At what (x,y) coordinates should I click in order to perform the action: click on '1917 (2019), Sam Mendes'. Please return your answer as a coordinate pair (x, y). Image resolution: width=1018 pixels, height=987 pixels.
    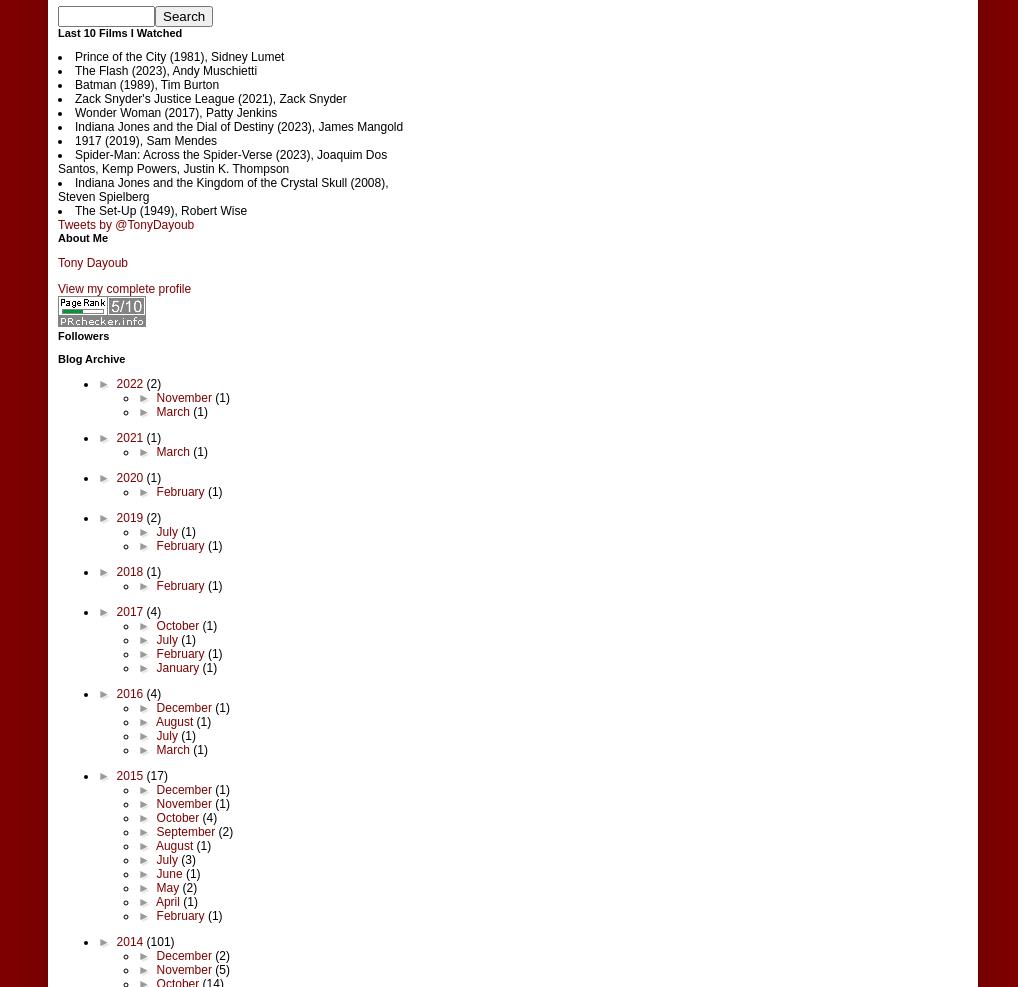
    Looking at the image, I should click on (75, 139).